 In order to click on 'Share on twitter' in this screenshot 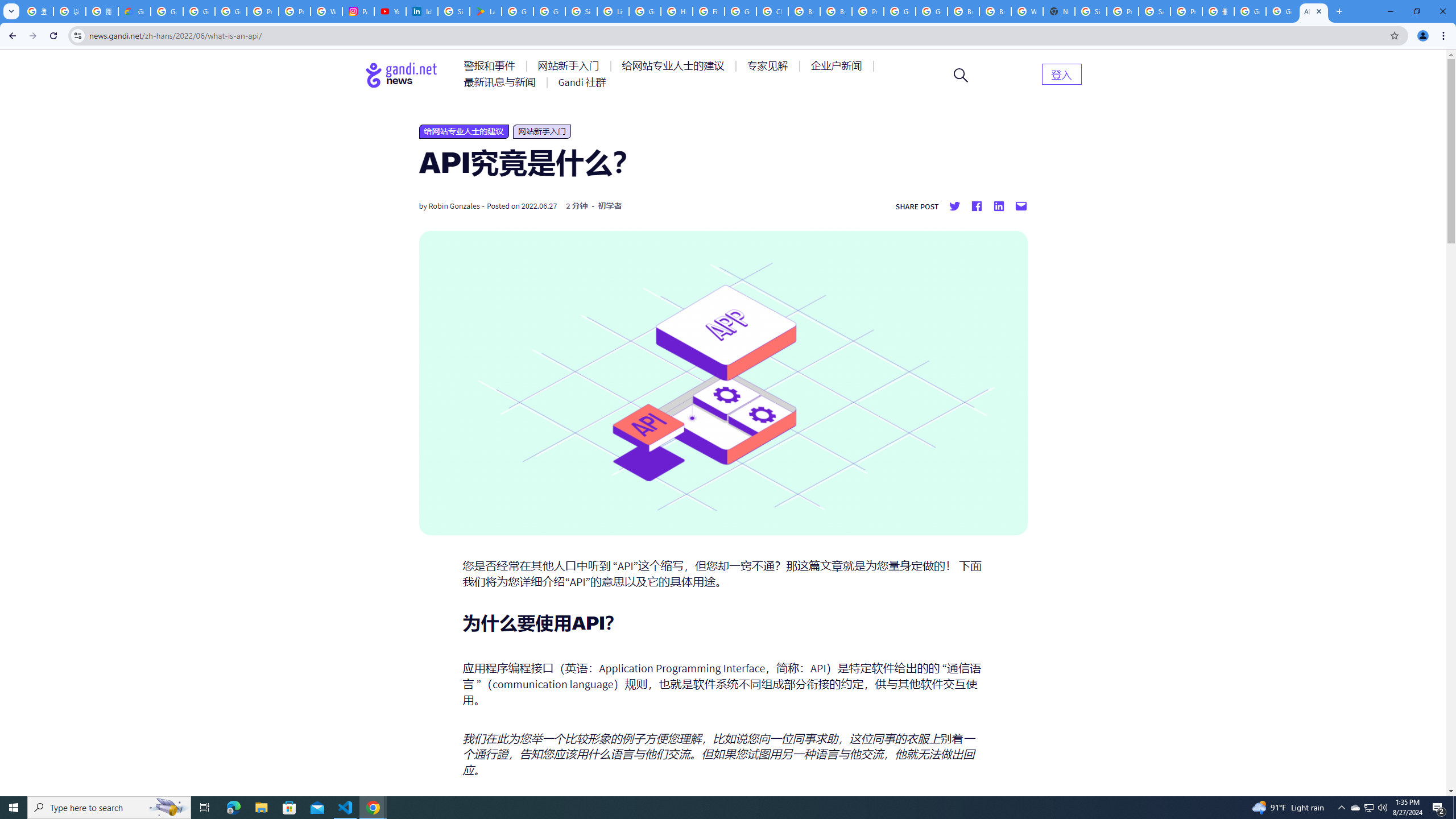, I will do `click(954, 205)`.